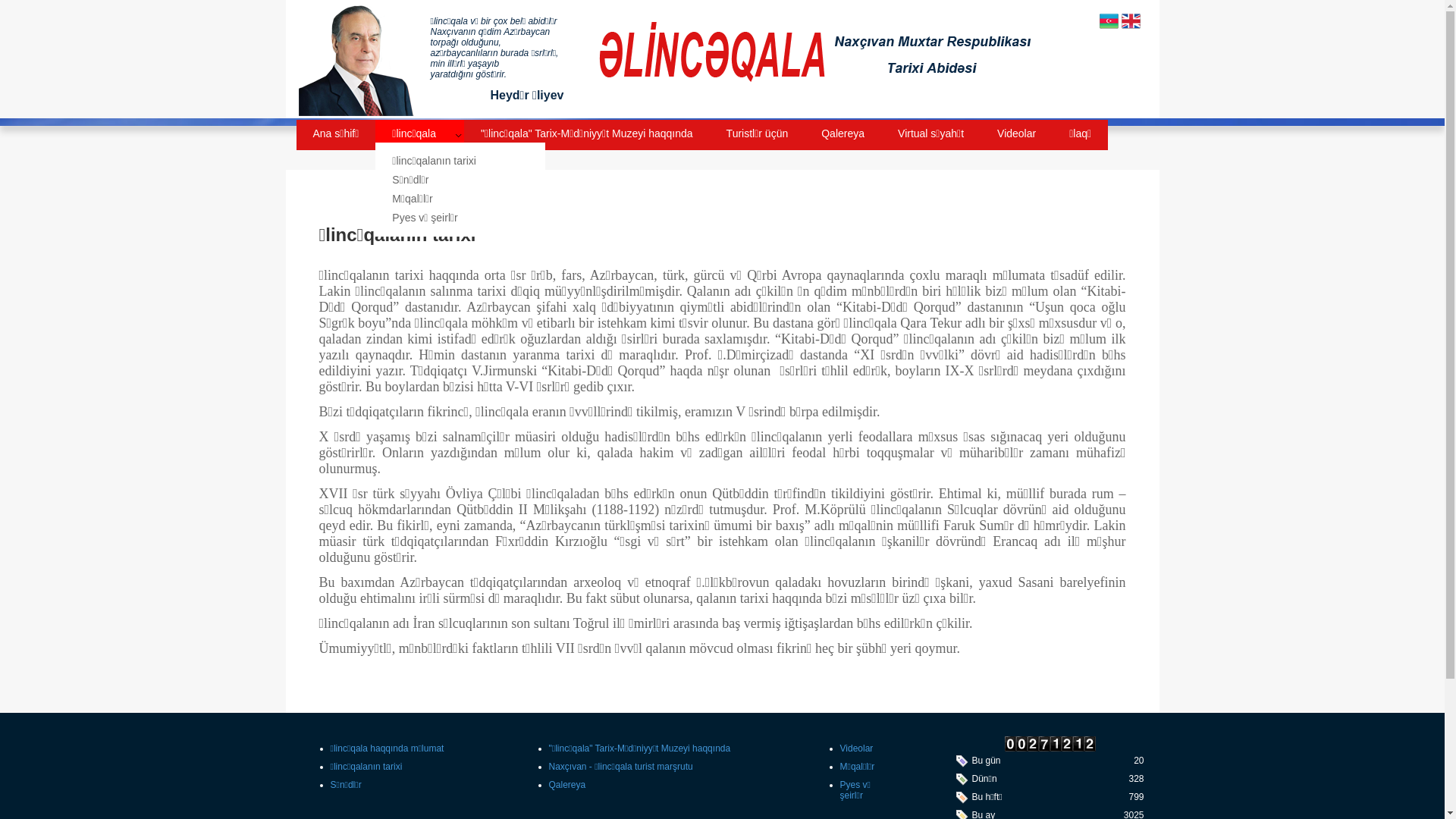 Image resolution: width=1456 pixels, height=819 pixels. I want to click on 'Videolar', so click(856, 748).